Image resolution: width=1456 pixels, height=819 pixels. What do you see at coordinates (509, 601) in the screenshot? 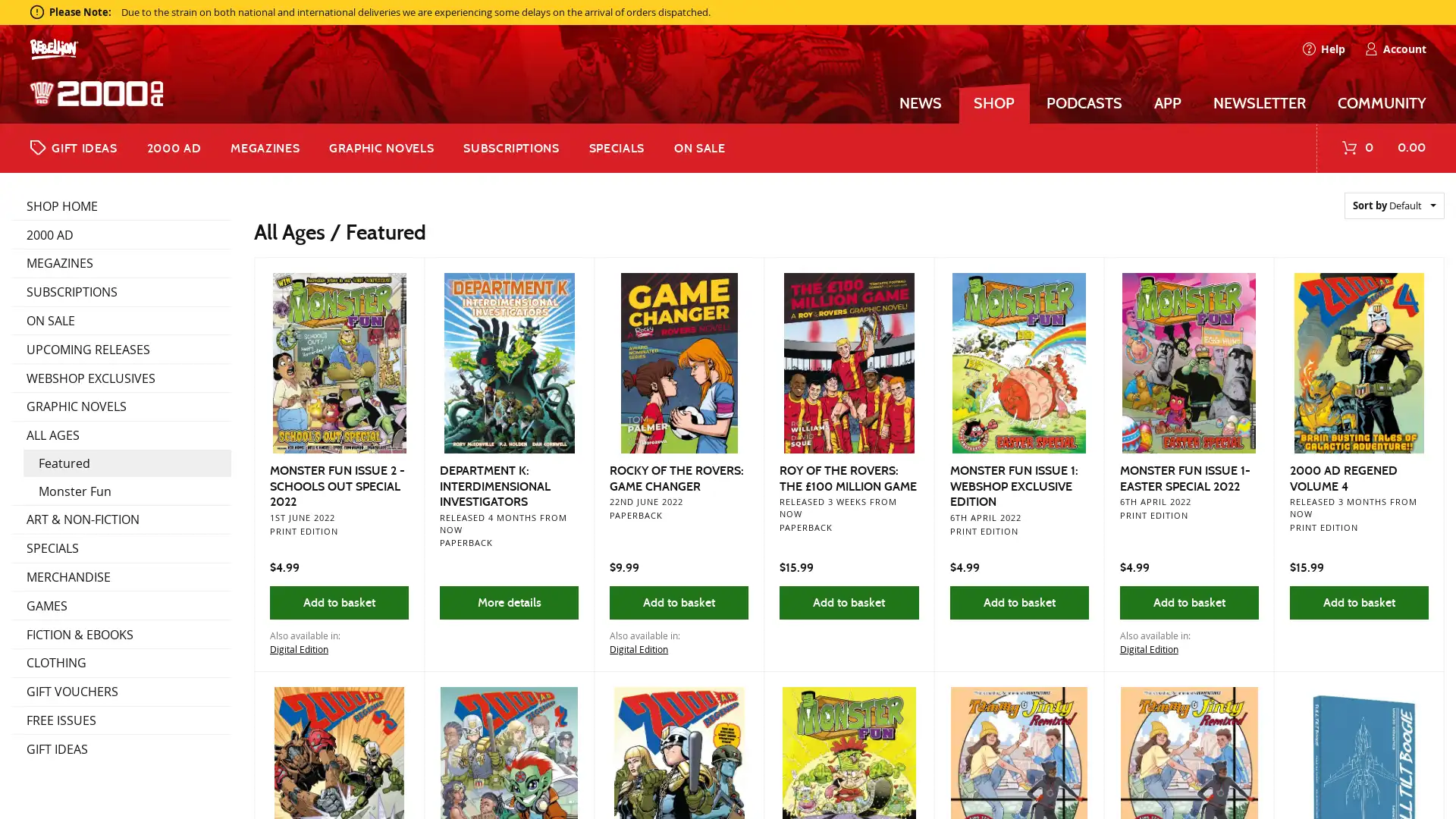
I see `More details` at bounding box center [509, 601].